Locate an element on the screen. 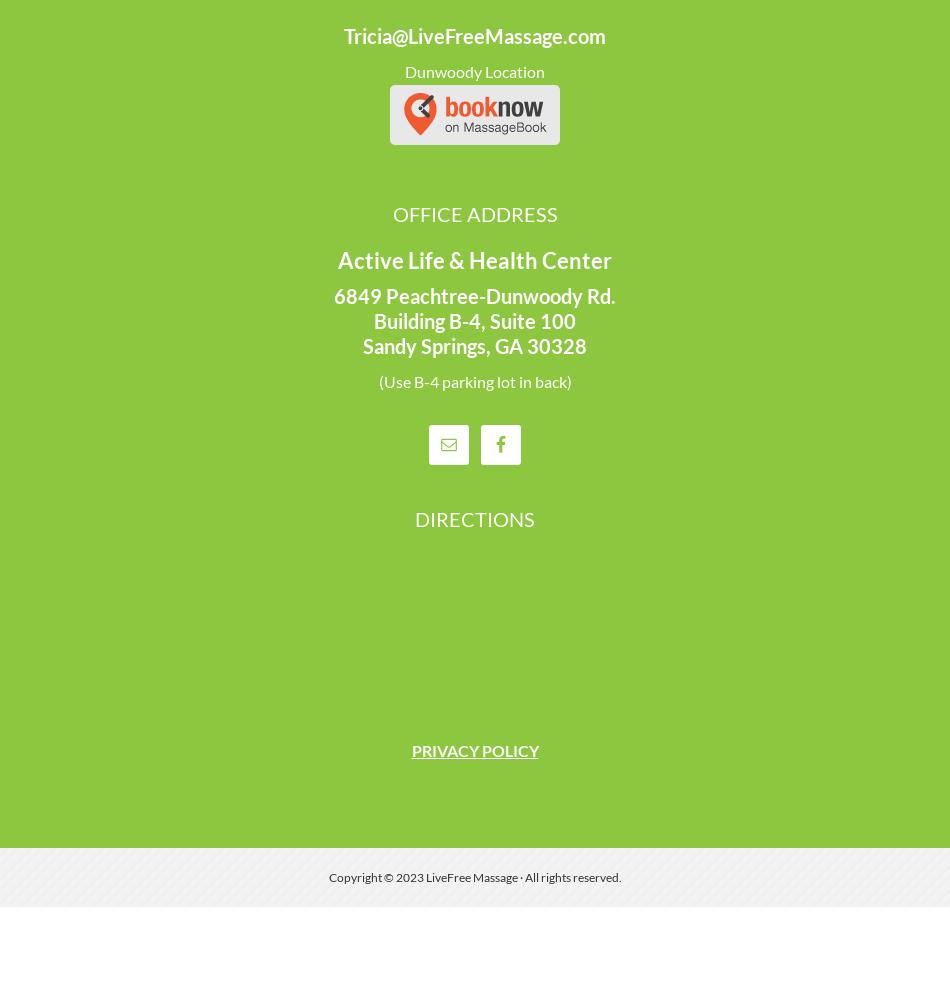 This screenshot has width=950, height=1000. 'Copyright © 2023 LiveFree Massage · All rights reserved.' is located at coordinates (473, 876).